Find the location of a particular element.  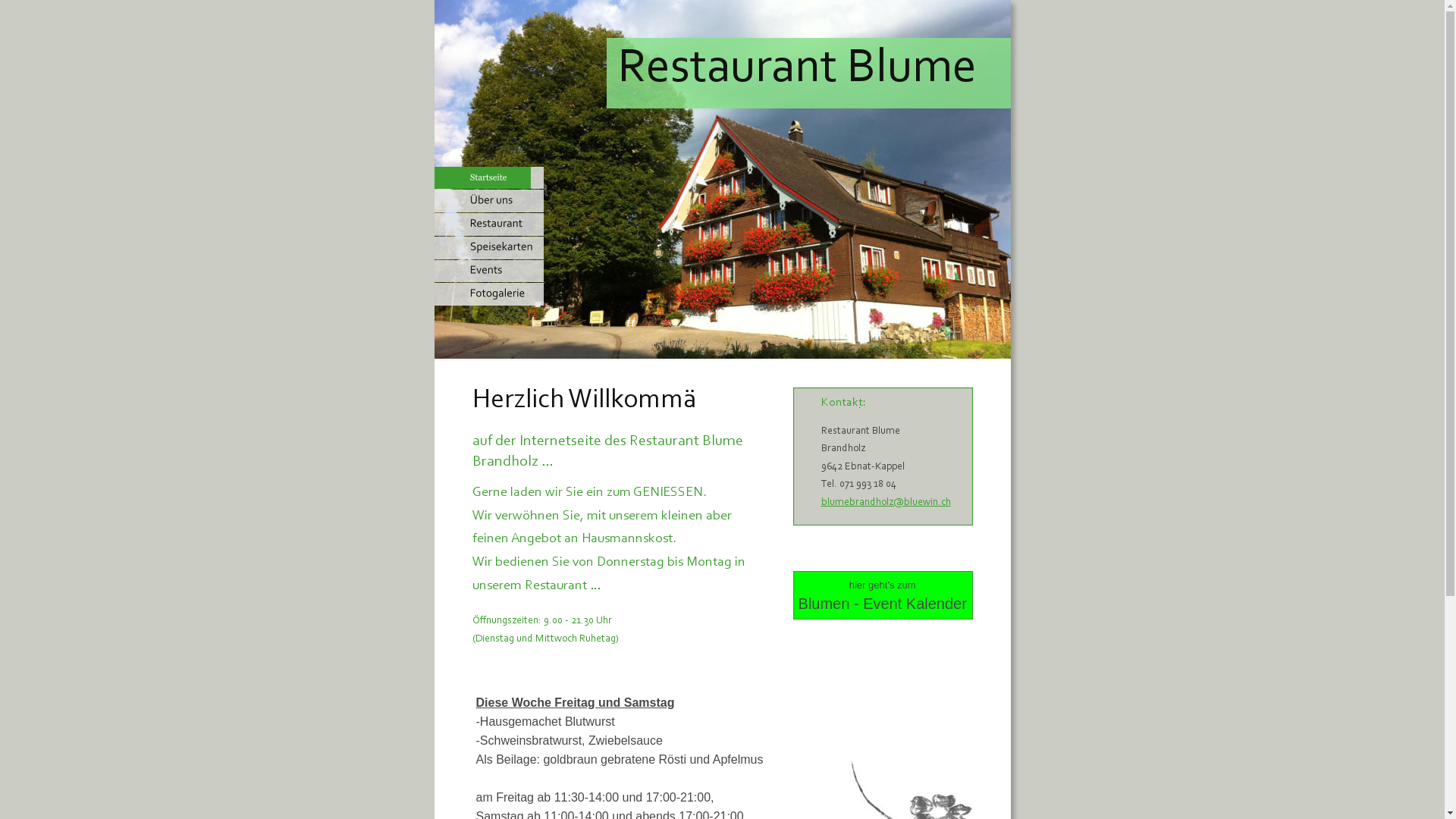

'blumebrandholz@bluewin.ch' is located at coordinates (885, 503).